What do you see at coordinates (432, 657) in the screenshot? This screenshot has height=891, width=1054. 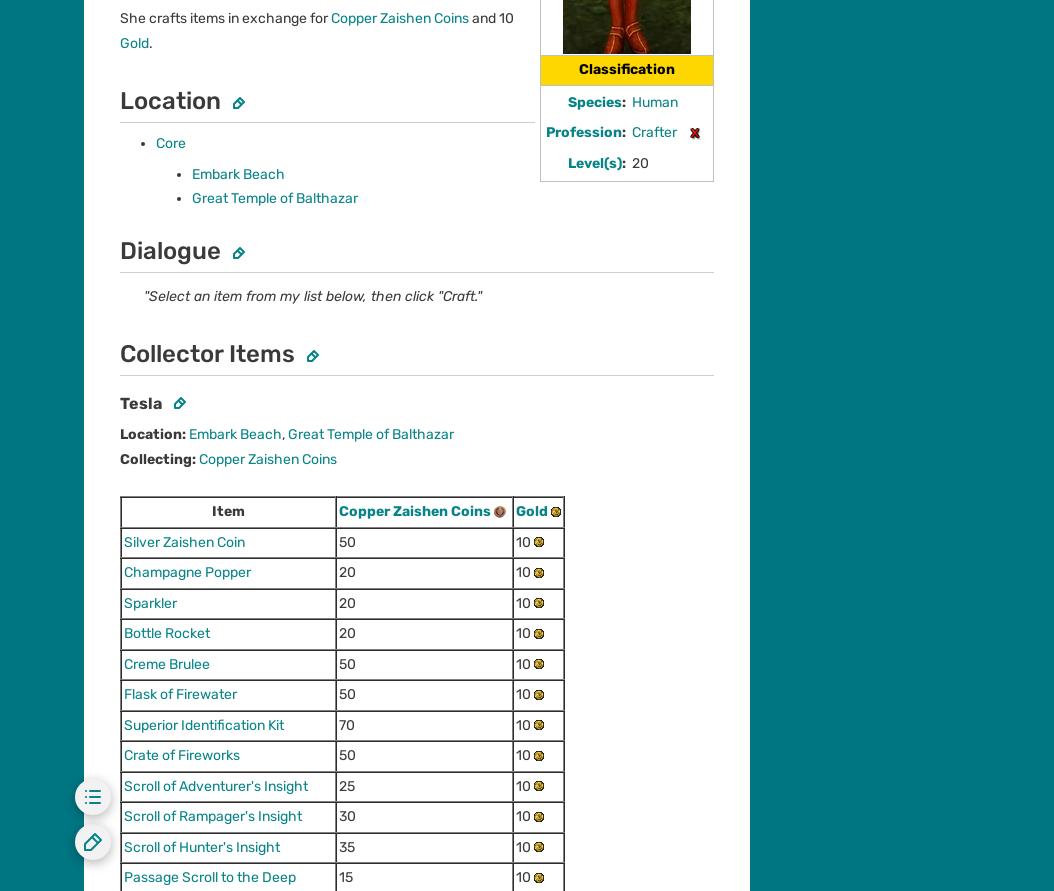 I see `'Do Not Sell or Share My Personal Information'` at bounding box center [432, 657].